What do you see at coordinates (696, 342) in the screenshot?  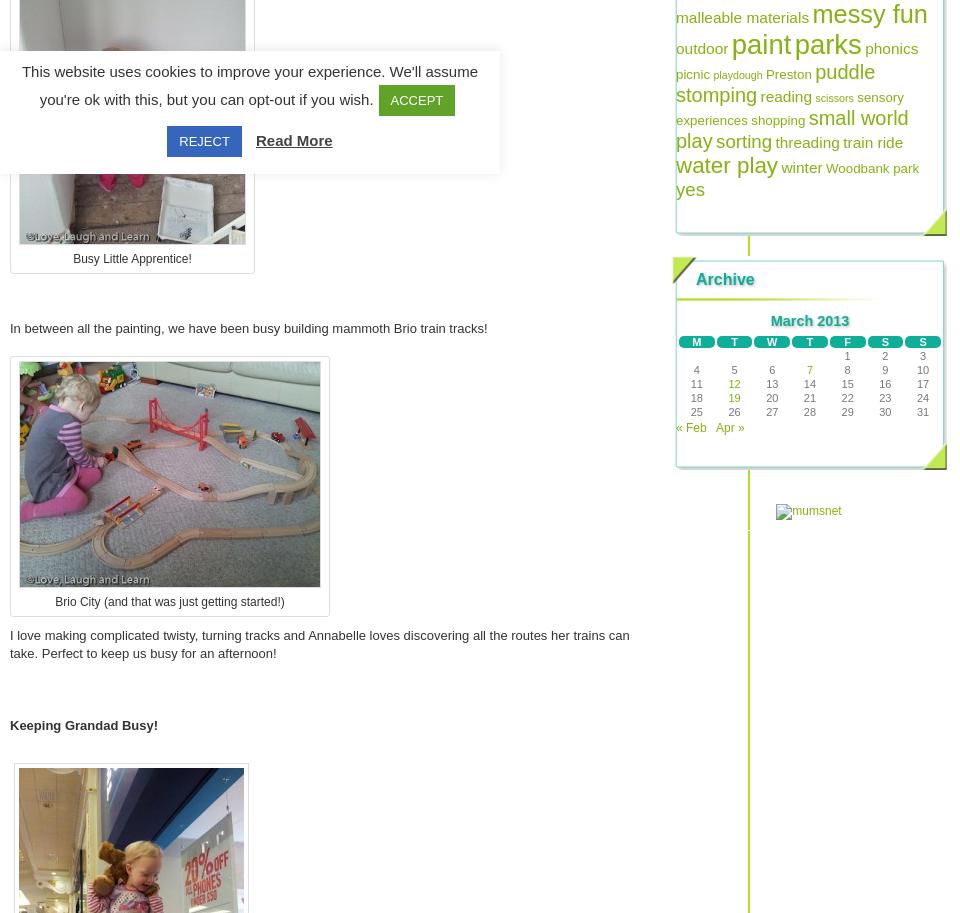 I see `'M'` at bounding box center [696, 342].